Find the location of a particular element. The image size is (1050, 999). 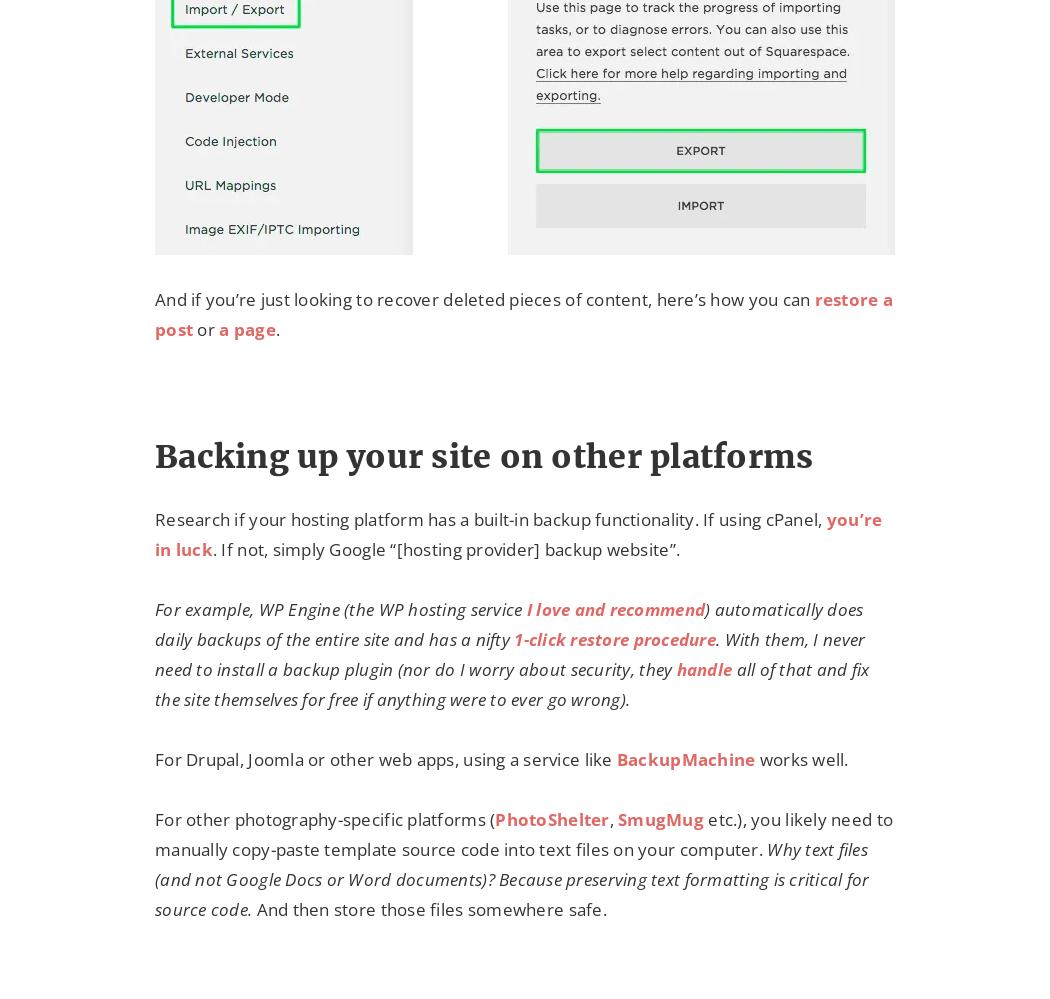

'or' is located at coordinates (205, 327).